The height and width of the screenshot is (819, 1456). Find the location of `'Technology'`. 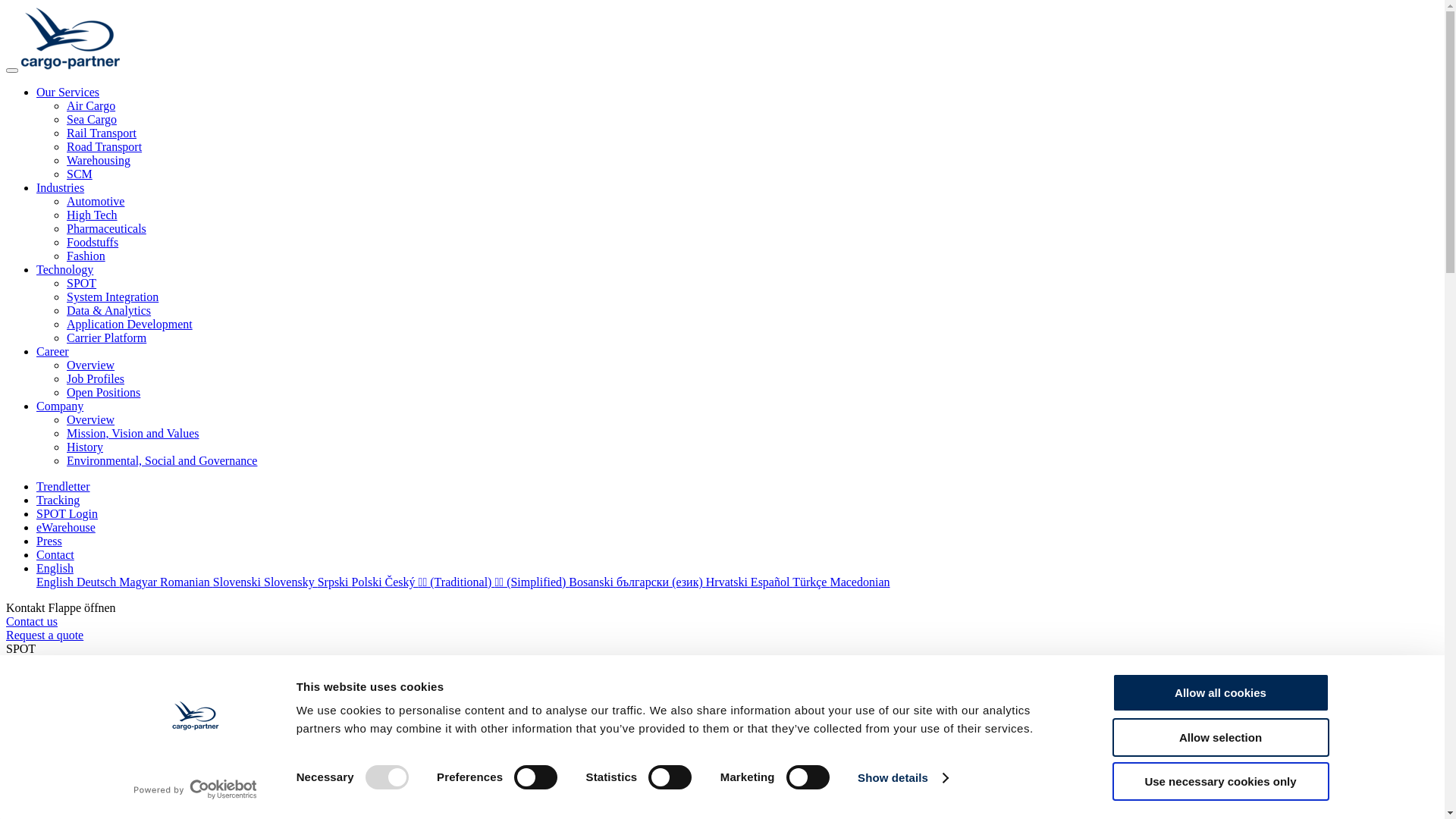

'Technology' is located at coordinates (64, 268).